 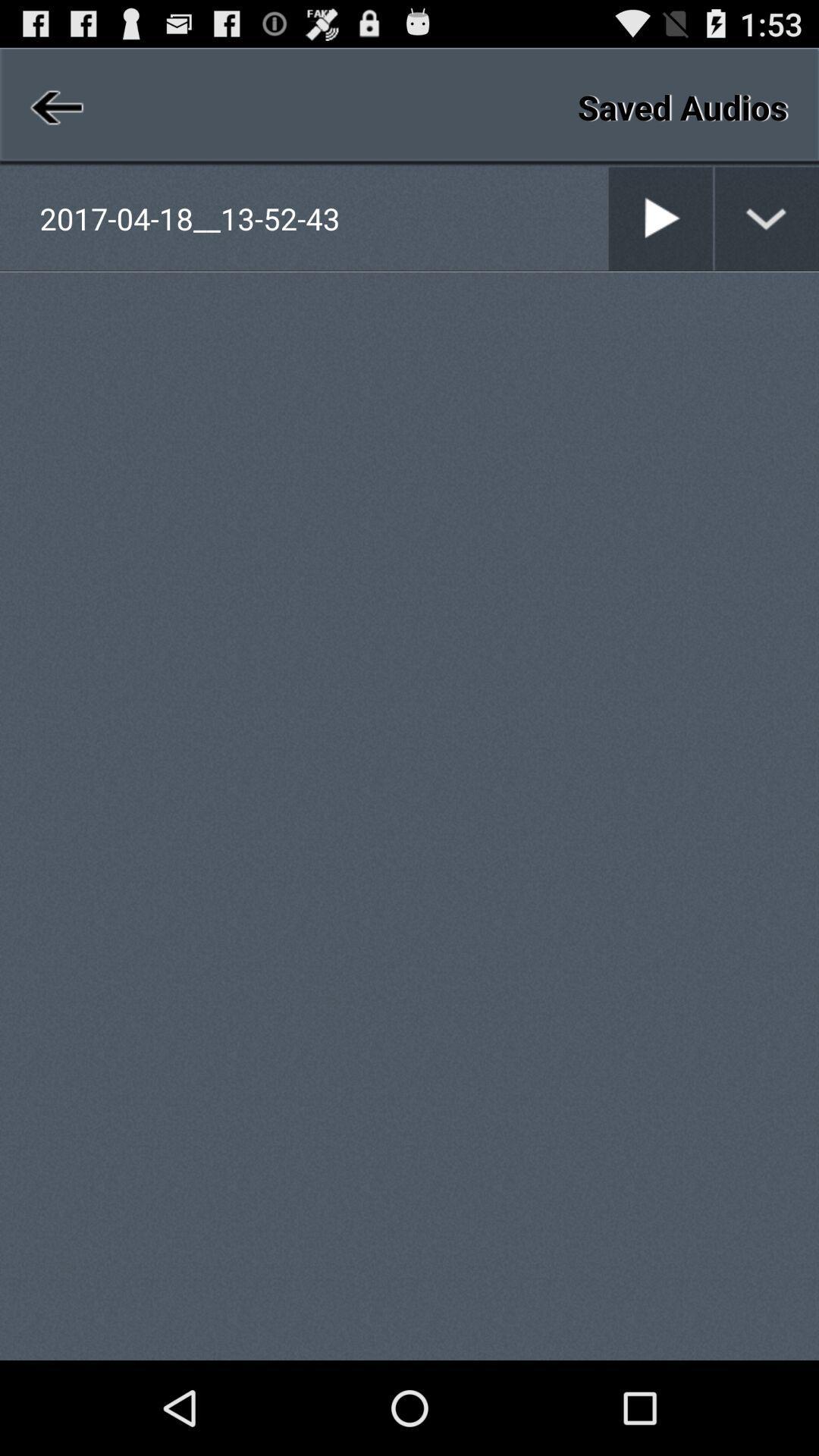 I want to click on 2017 04 18__13 icon, so click(x=322, y=218).